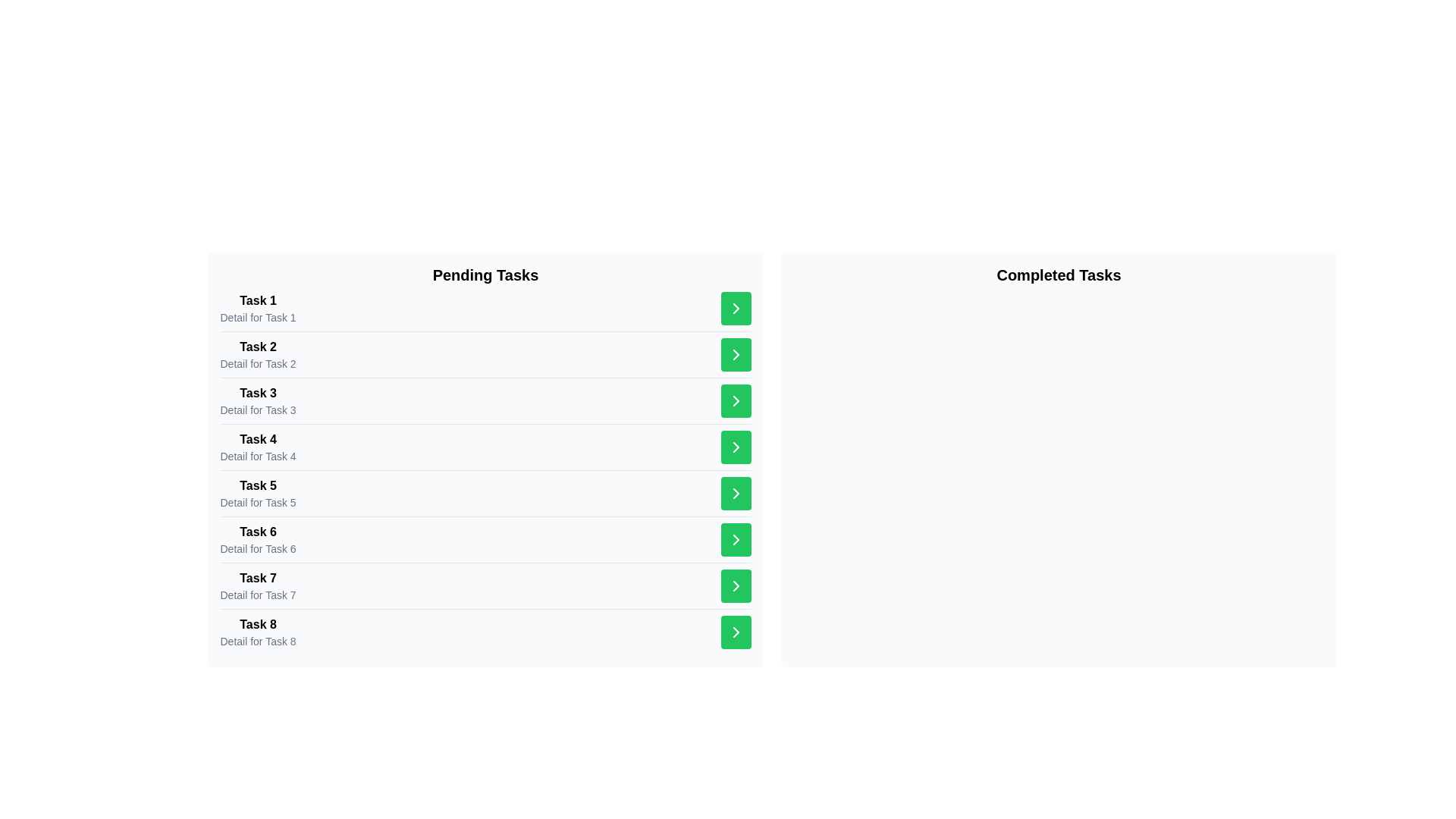  I want to click on text of the List Item with Title and Description located in the fourth position under the 'Pending Tasks' section, so click(258, 447).